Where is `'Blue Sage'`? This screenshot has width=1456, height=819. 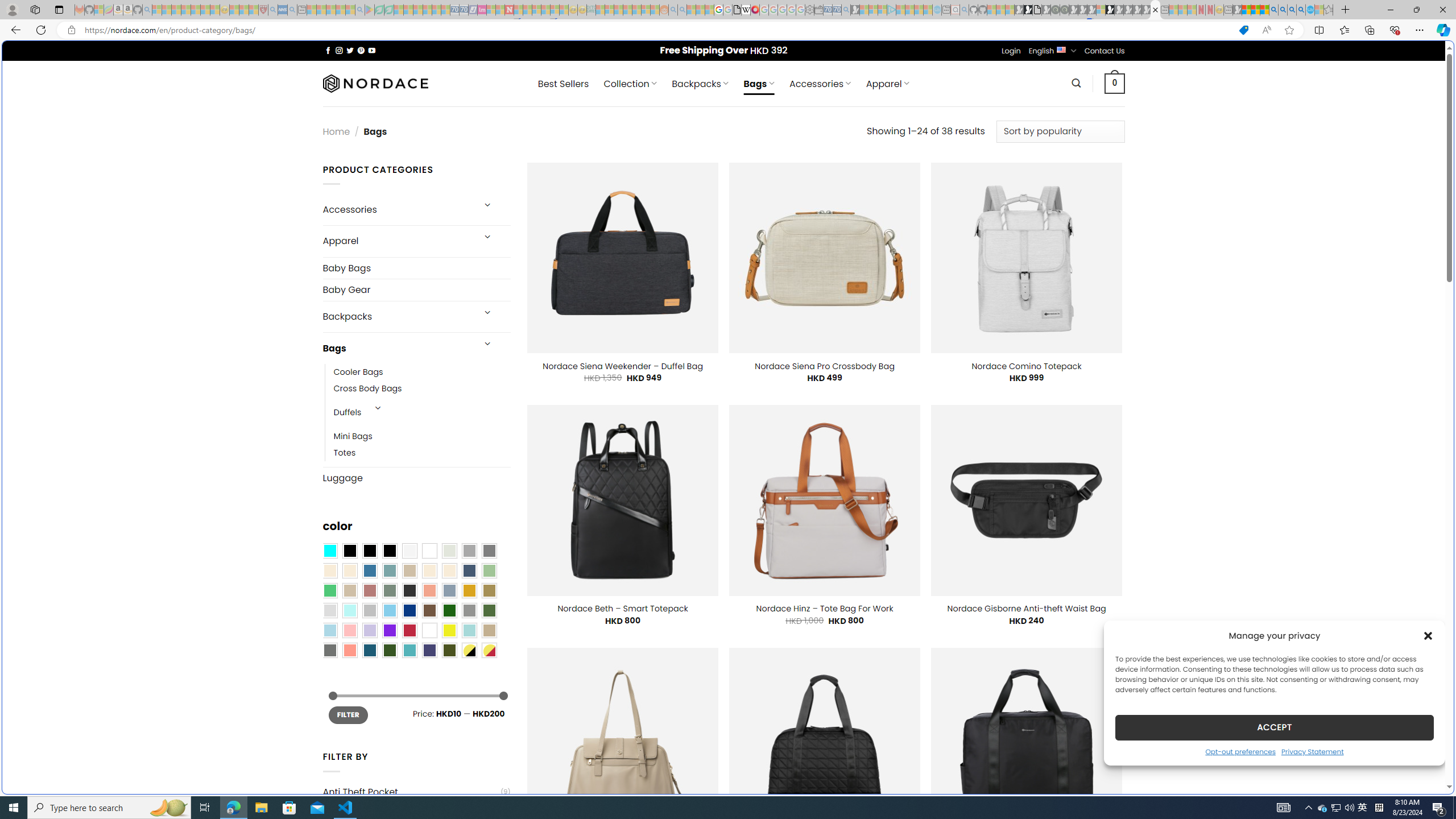
'Blue Sage' is located at coordinates (389, 570).